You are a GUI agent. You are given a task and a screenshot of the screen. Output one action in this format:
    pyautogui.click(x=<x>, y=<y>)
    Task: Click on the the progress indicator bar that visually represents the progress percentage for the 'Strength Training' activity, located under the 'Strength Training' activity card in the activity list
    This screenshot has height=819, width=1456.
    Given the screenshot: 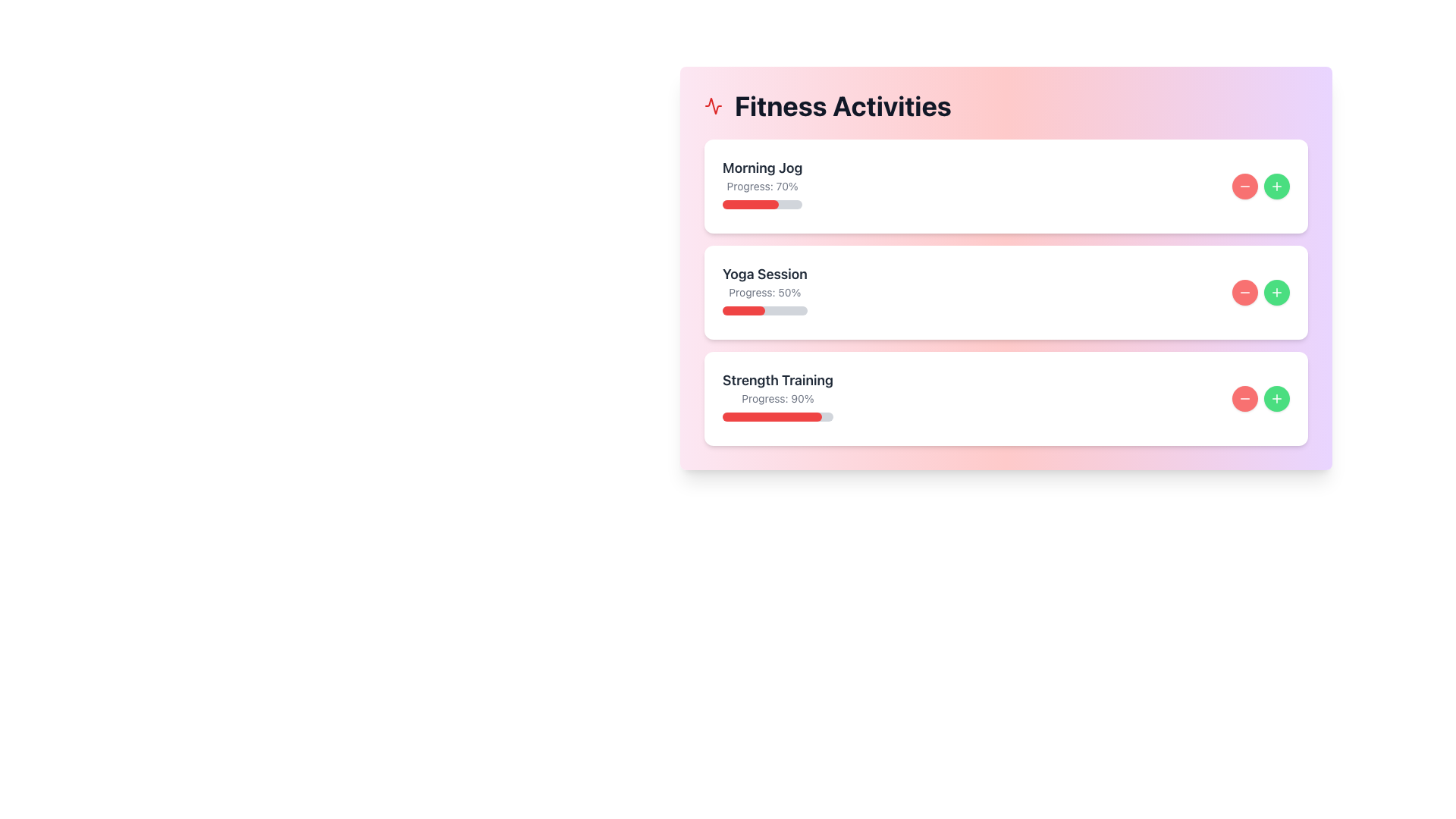 What is the action you would take?
    pyautogui.click(x=772, y=417)
    